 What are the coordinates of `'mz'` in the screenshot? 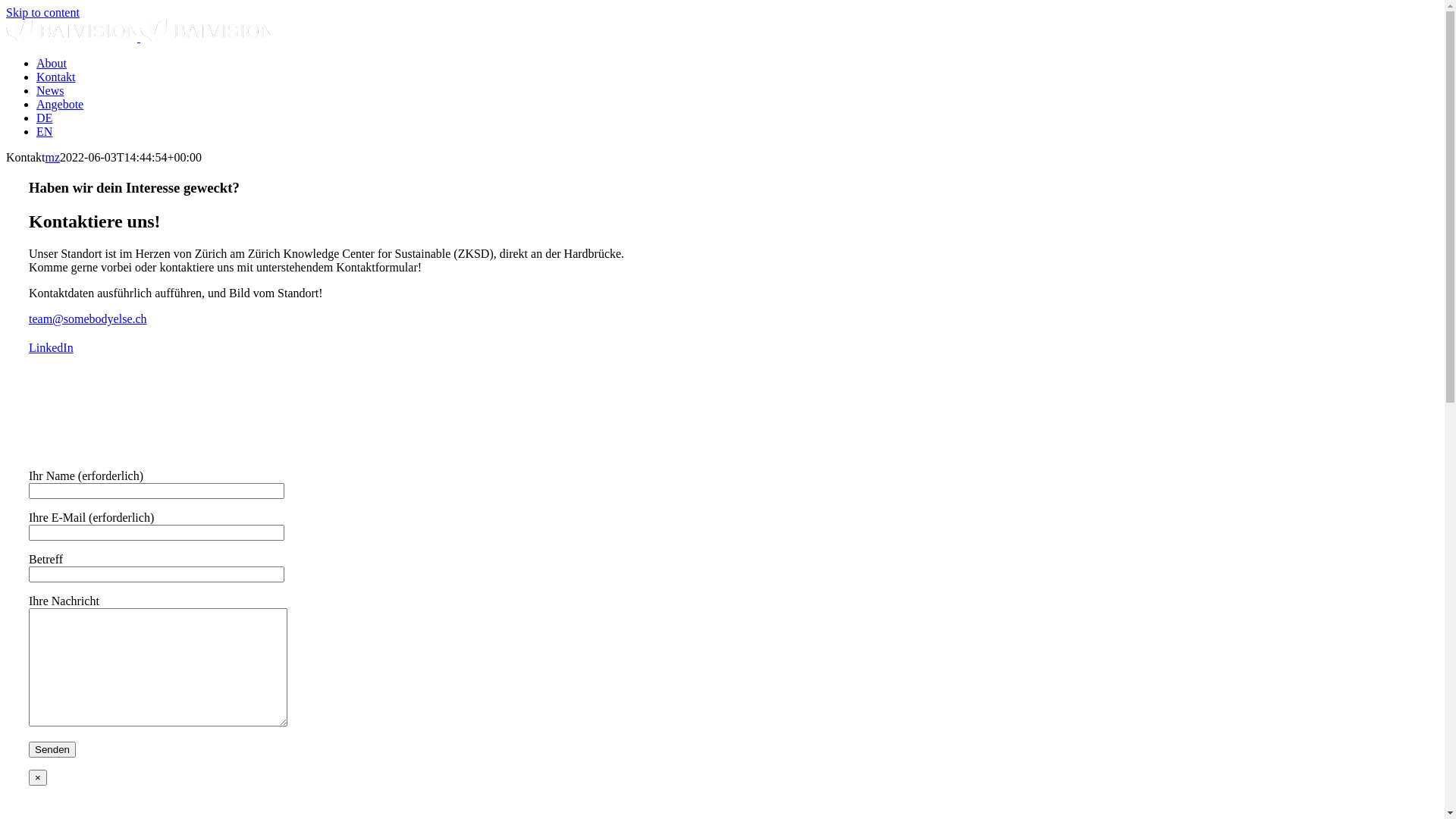 It's located at (45, 157).